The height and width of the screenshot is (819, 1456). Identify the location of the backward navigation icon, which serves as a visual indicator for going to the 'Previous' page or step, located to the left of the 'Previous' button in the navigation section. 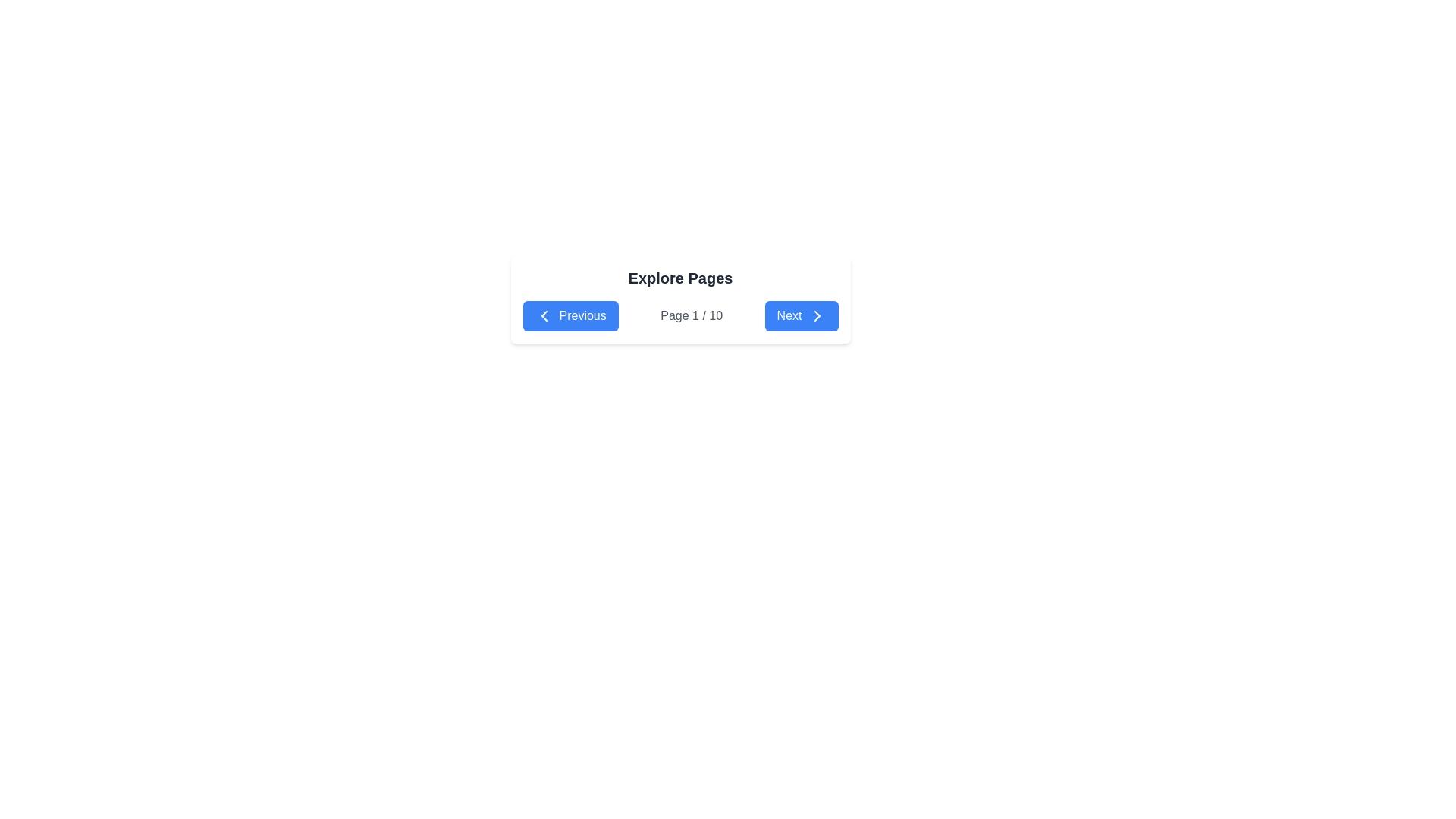
(544, 315).